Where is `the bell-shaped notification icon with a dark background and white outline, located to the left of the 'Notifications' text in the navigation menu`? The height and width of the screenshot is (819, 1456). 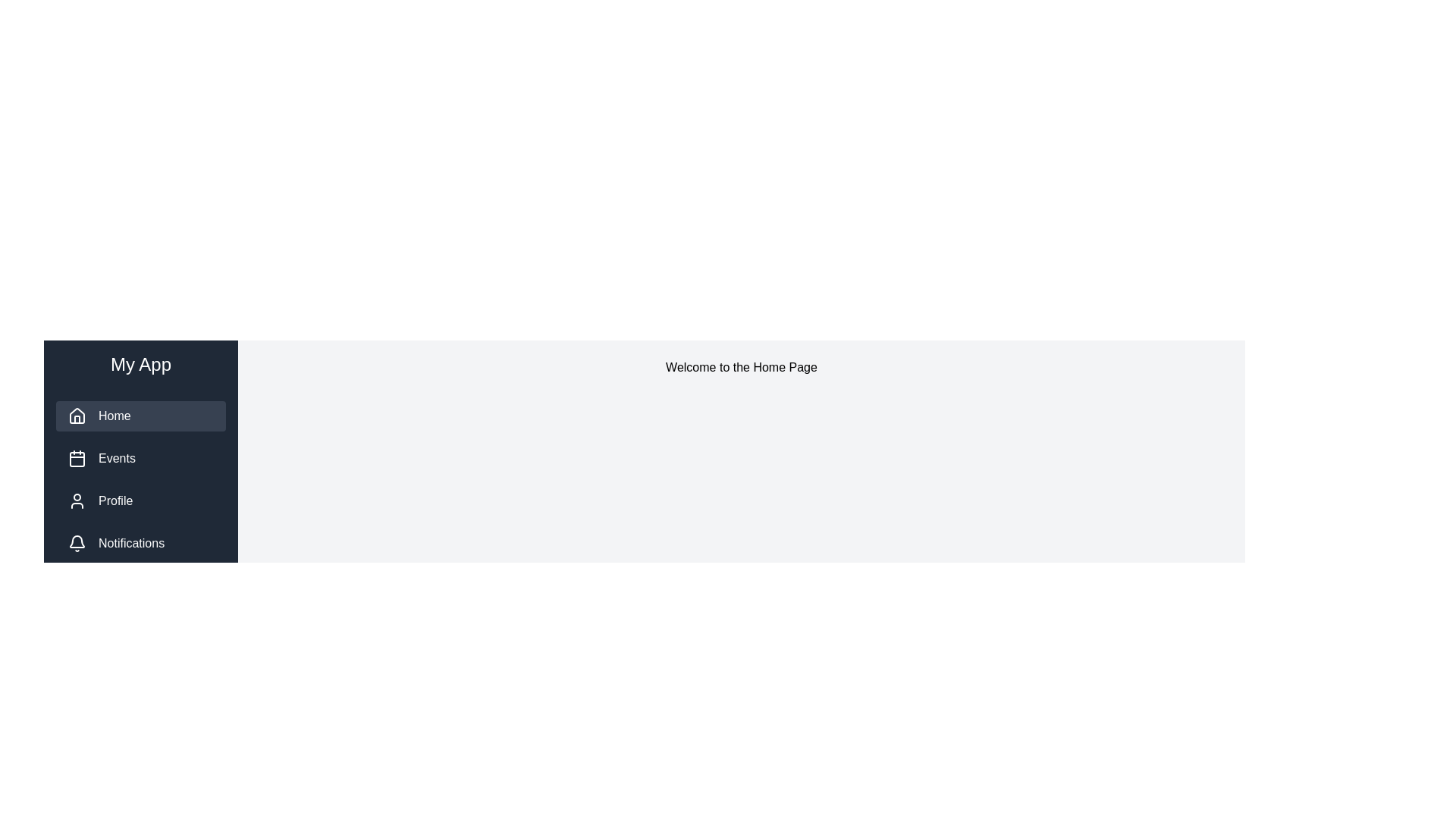 the bell-shaped notification icon with a dark background and white outline, located to the left of the 'Notifications' text in the navigation menu is located at coordinates (76, 543).